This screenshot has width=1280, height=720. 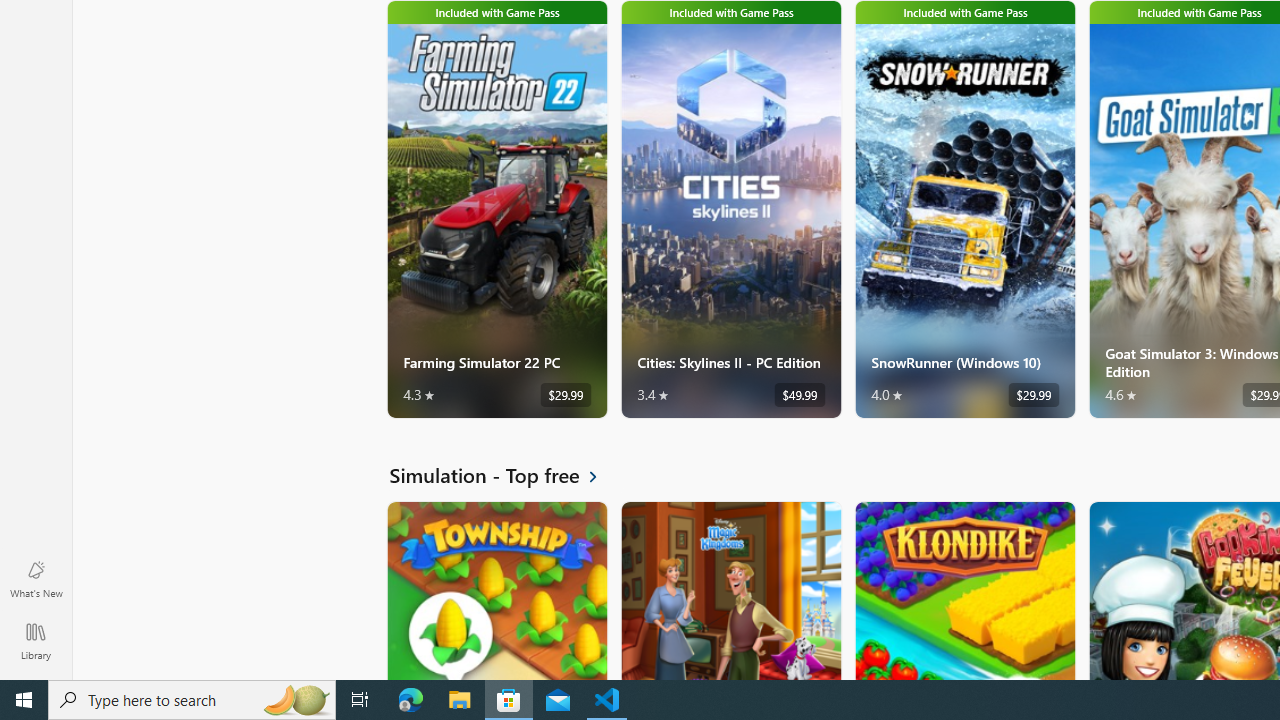 I want to click on 'What', so click(x=35, y=578).